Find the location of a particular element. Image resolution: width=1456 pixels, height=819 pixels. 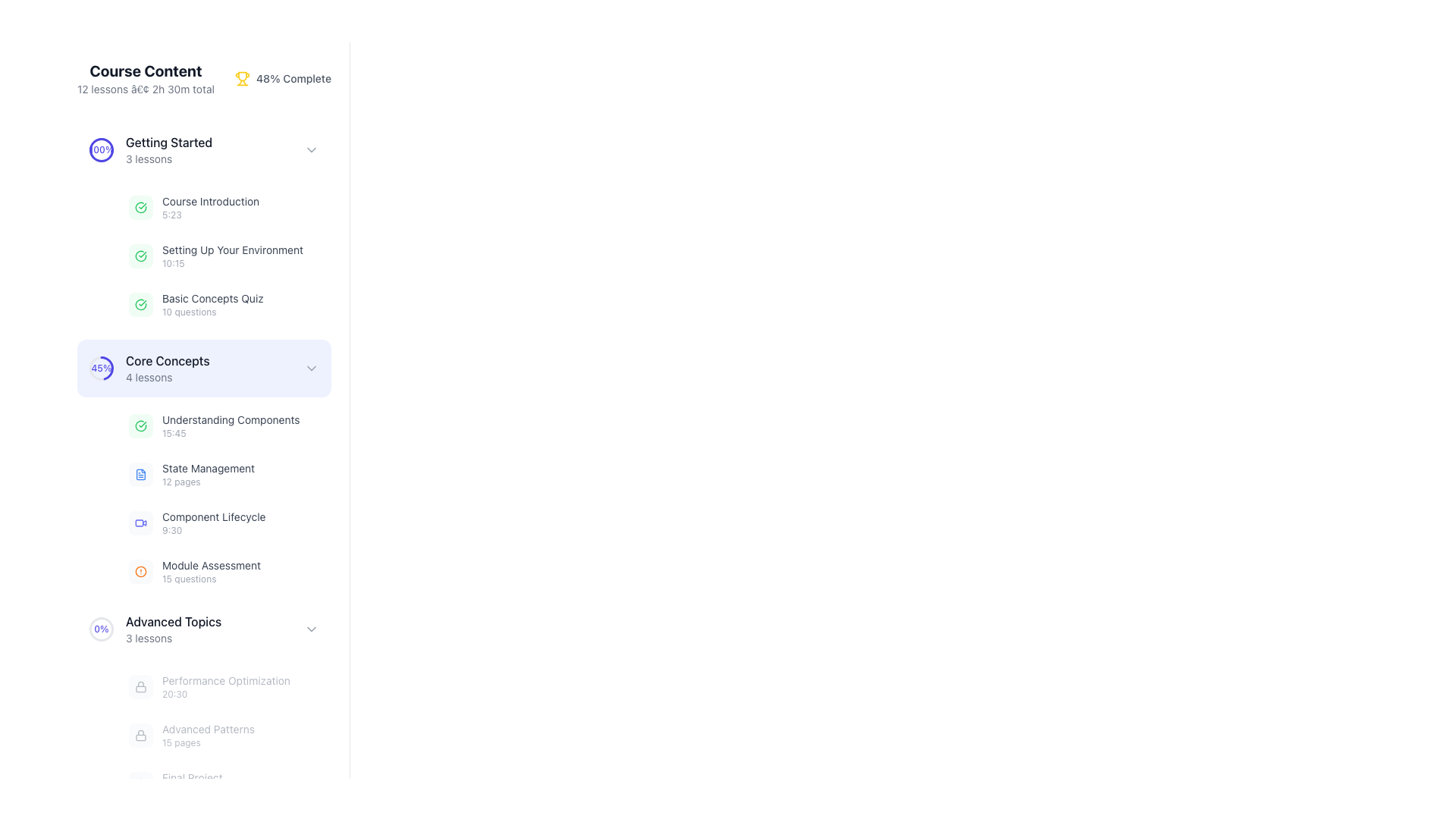

the circular progress indicator that visually represents the completion percentage of the 'Advanced Topics' module, currently at 0%, located to the left of the 'Advanced Topics' text is located at coordinates (101, 629).